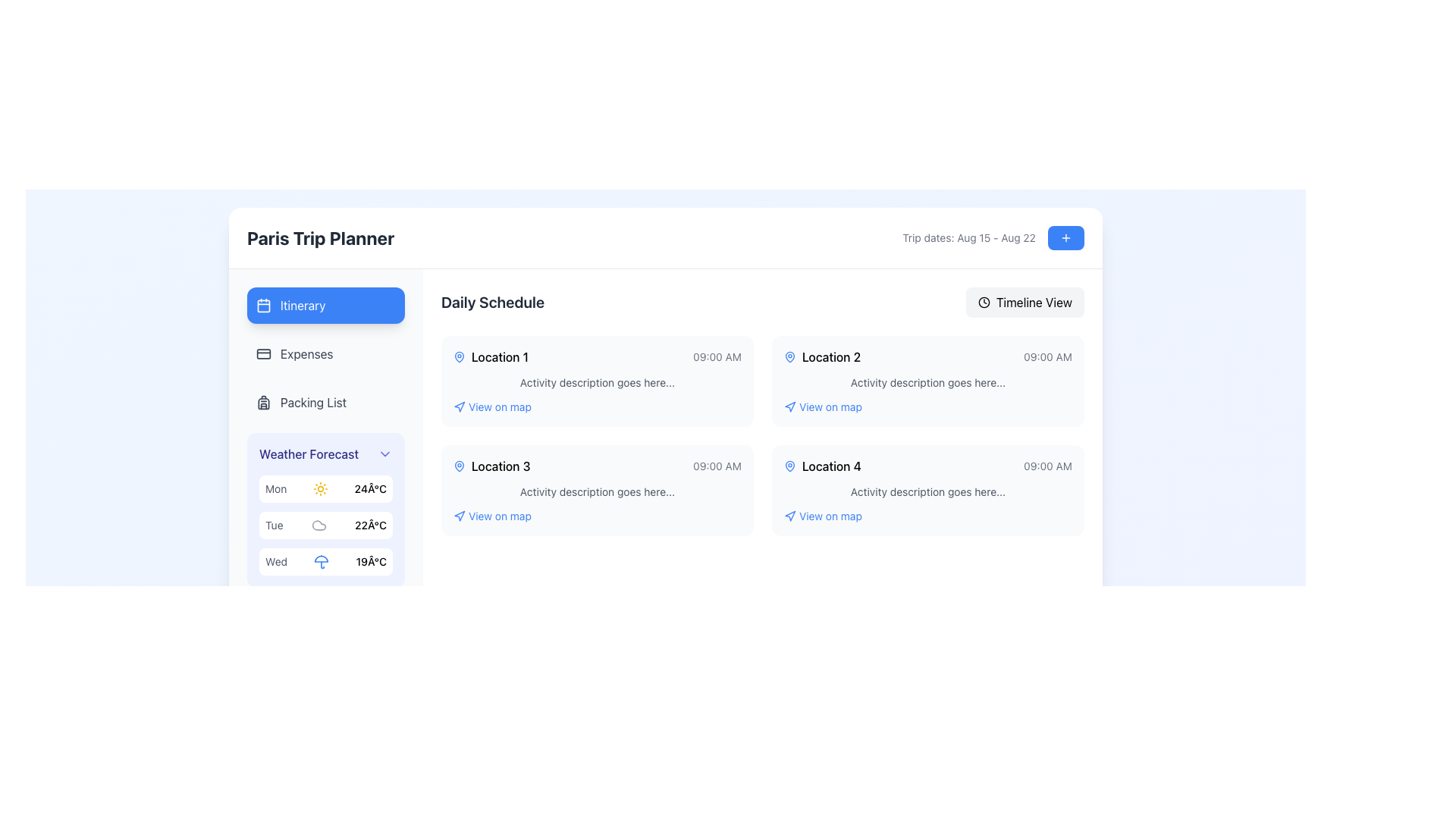 This screenshot has height=819, width=1456. I want to click on the small text label displaying the time '09:00 AM', which is styled in light gray and located at the right side of the 'Location 1' box, so click(716, 356).